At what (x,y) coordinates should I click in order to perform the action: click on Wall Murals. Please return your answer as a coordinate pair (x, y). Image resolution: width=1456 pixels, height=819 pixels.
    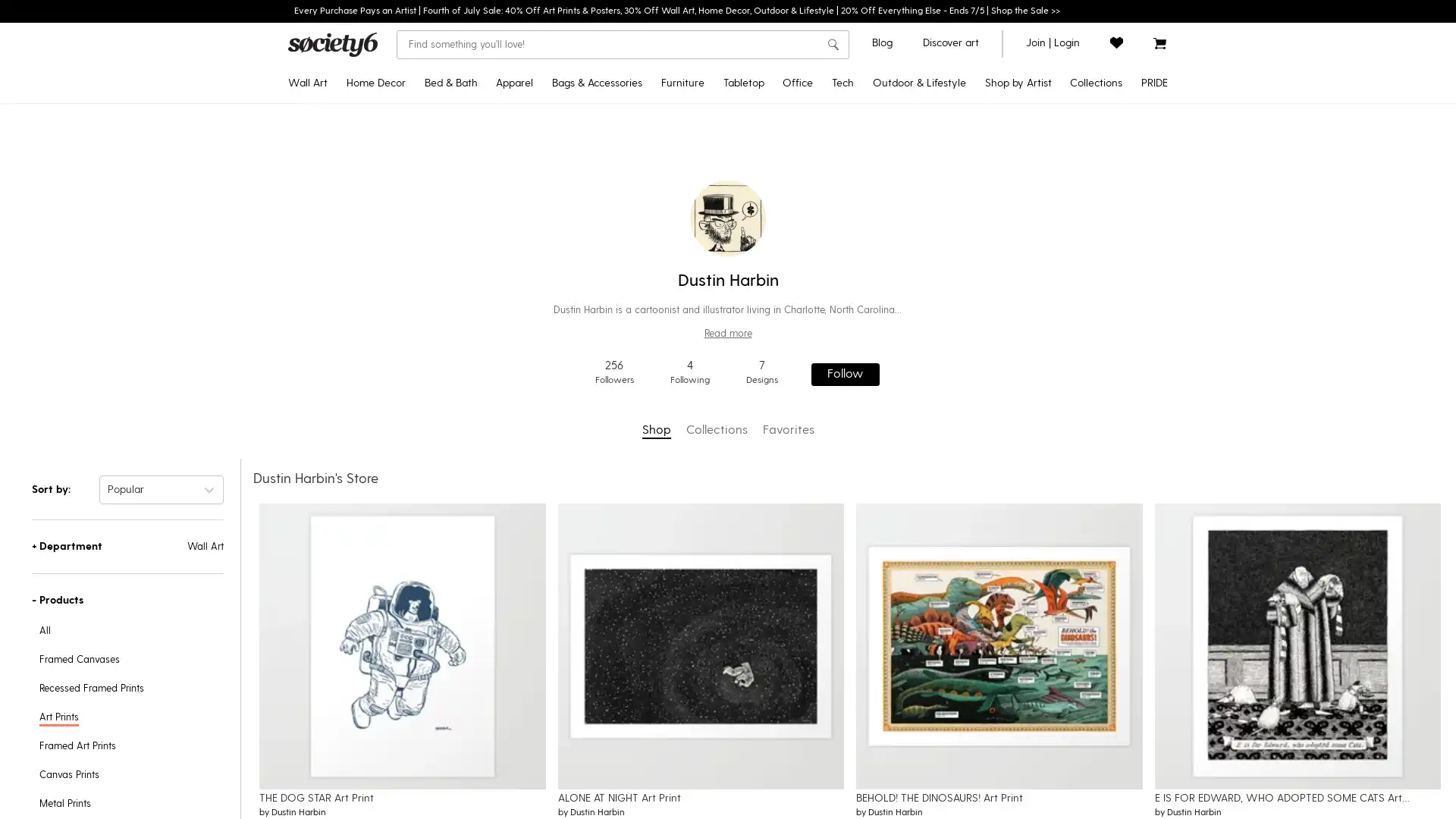
    Looking at the image, I should click on (404, 390).